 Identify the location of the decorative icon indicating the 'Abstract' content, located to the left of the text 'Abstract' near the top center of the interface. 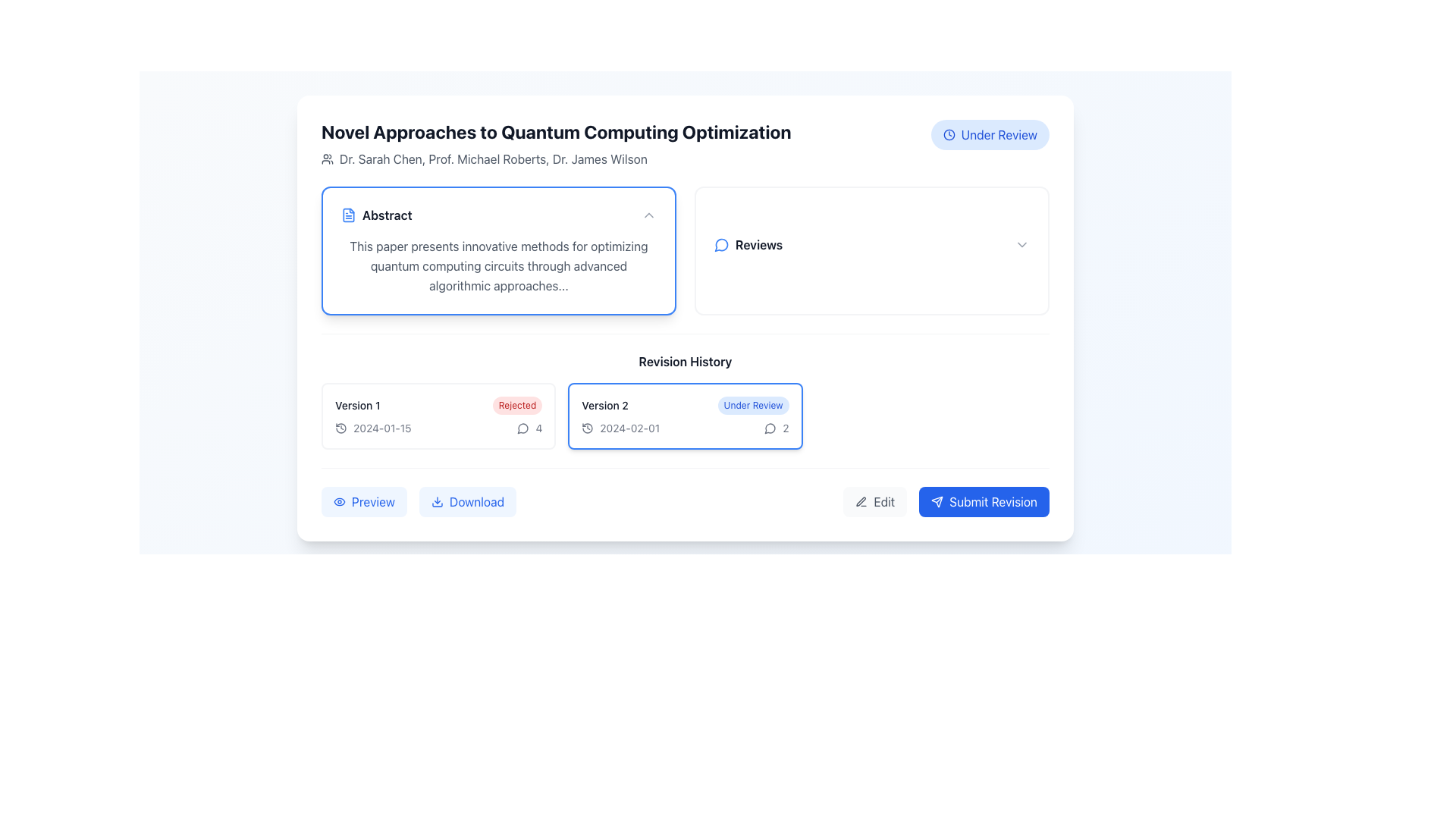
(348, 215).